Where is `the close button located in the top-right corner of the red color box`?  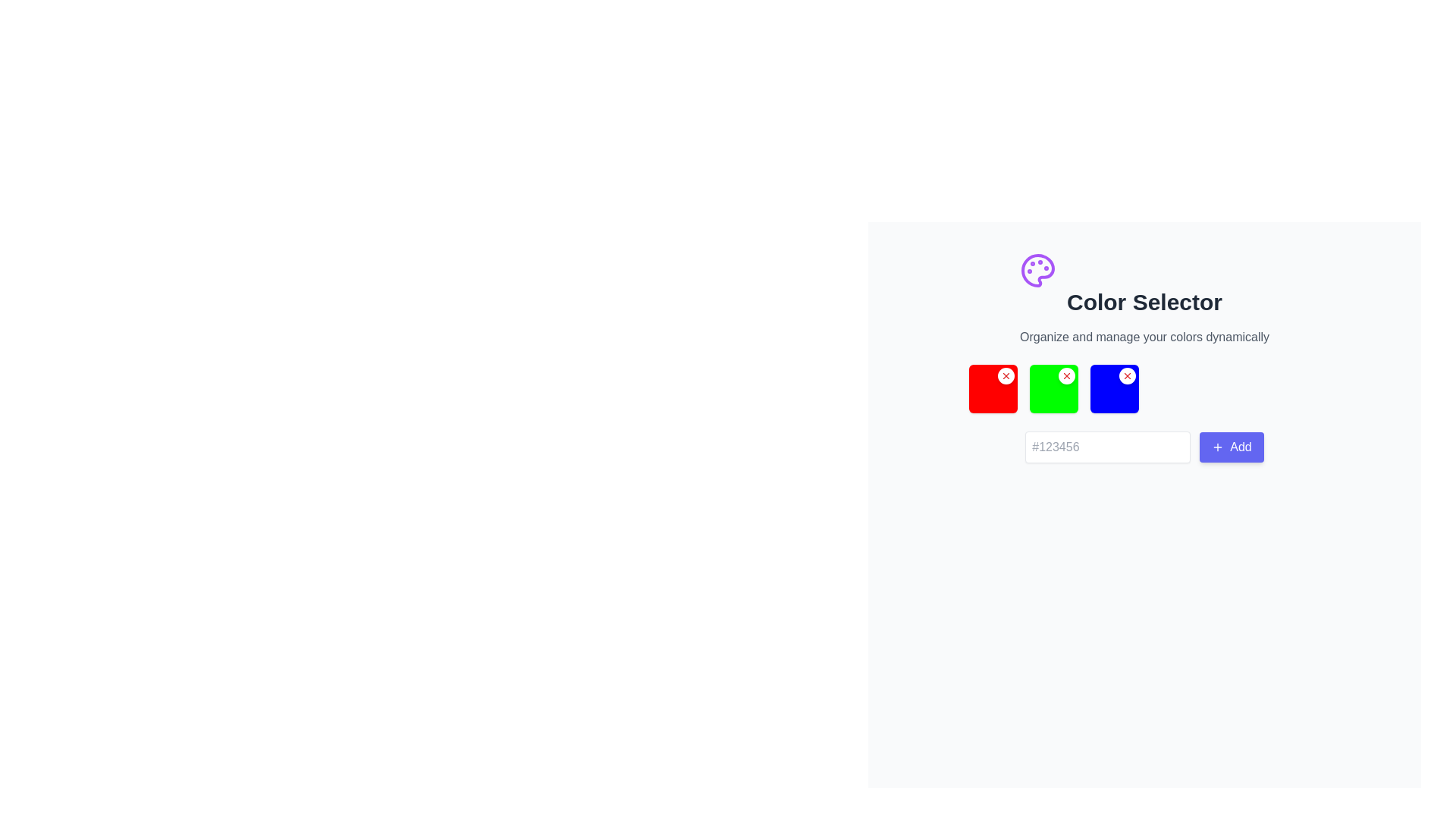 the close button located in the top-right corner of the red color box is located at coordinates (1006, 375).